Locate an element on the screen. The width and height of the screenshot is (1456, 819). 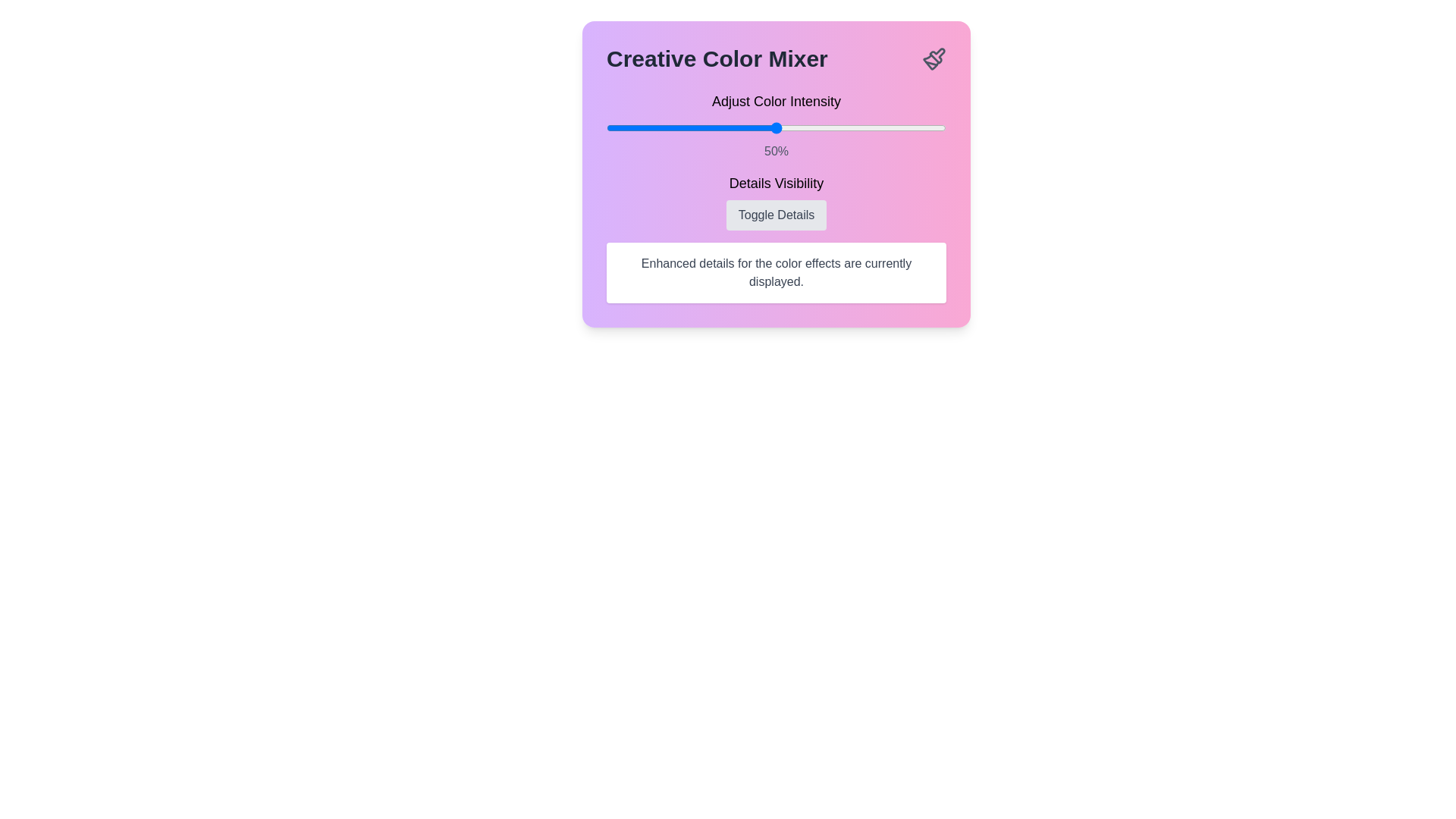
the static text label displaying '50%' in gray color, which is located below the slider for color intensity adjustment is located at coordinates (776, 152).